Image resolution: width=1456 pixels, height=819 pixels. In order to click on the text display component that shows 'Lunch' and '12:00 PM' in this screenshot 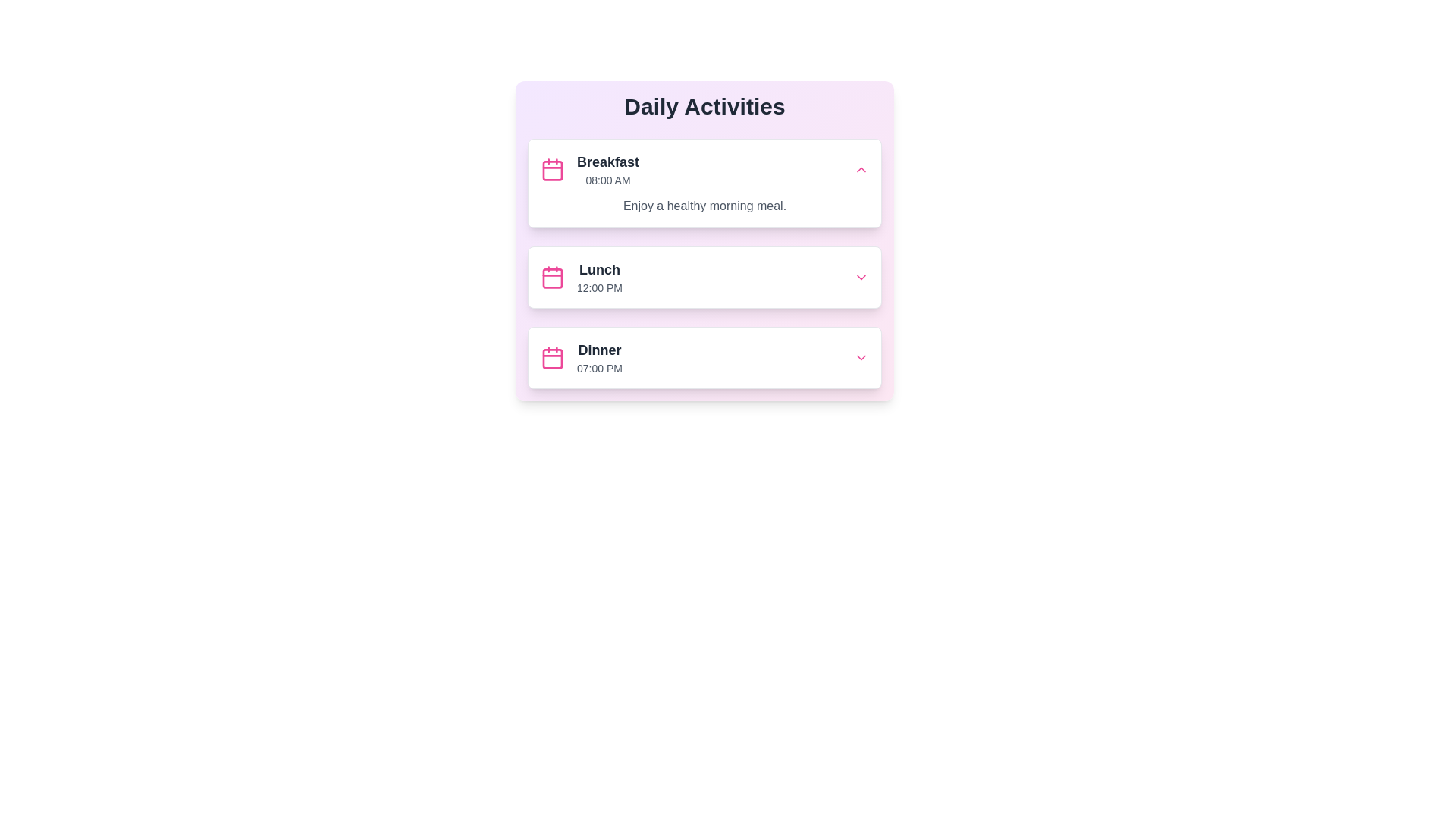, I will do `click(599, 278)`.